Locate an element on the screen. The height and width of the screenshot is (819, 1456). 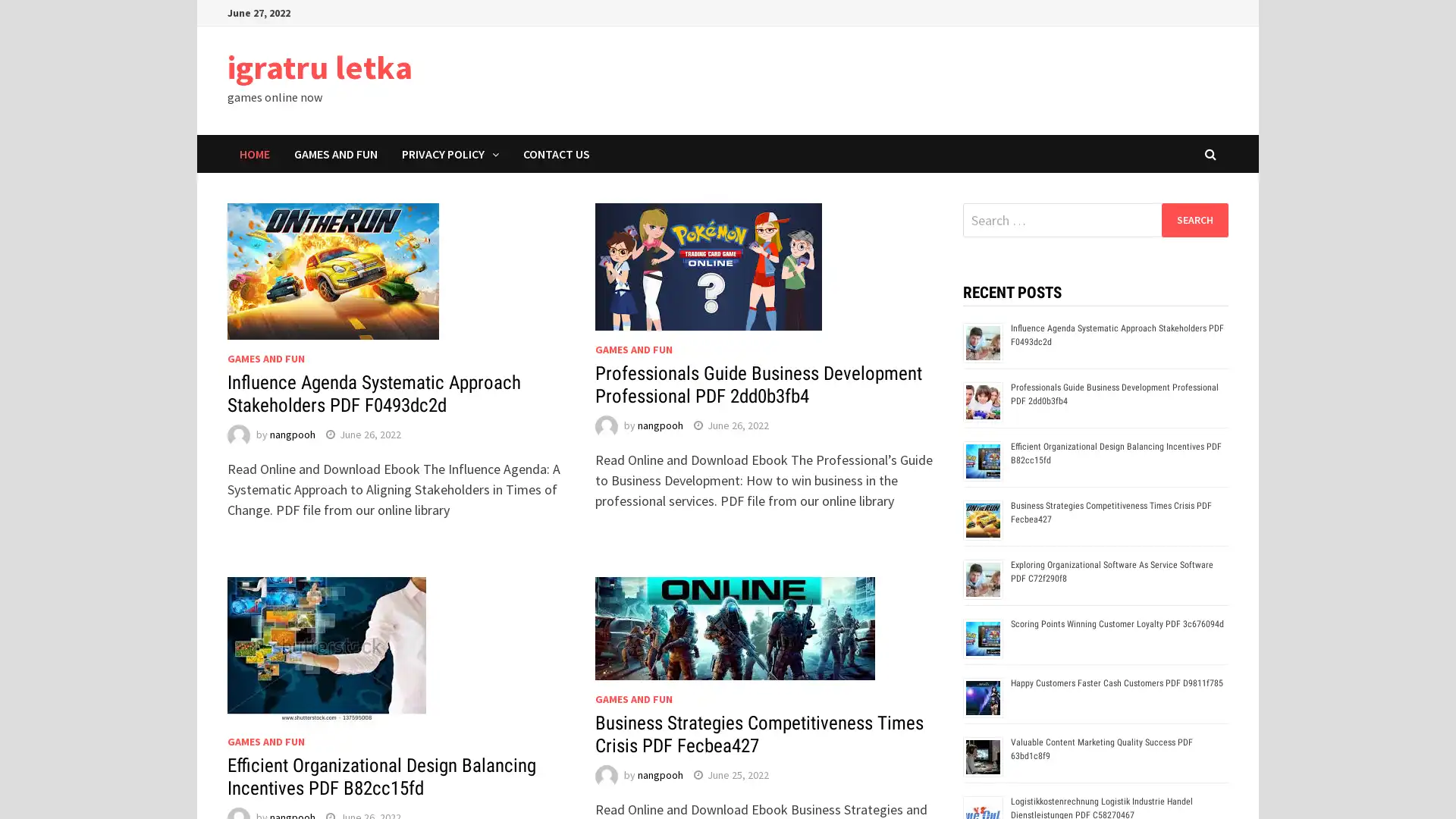
Search is located at coordinates (1194, 219).